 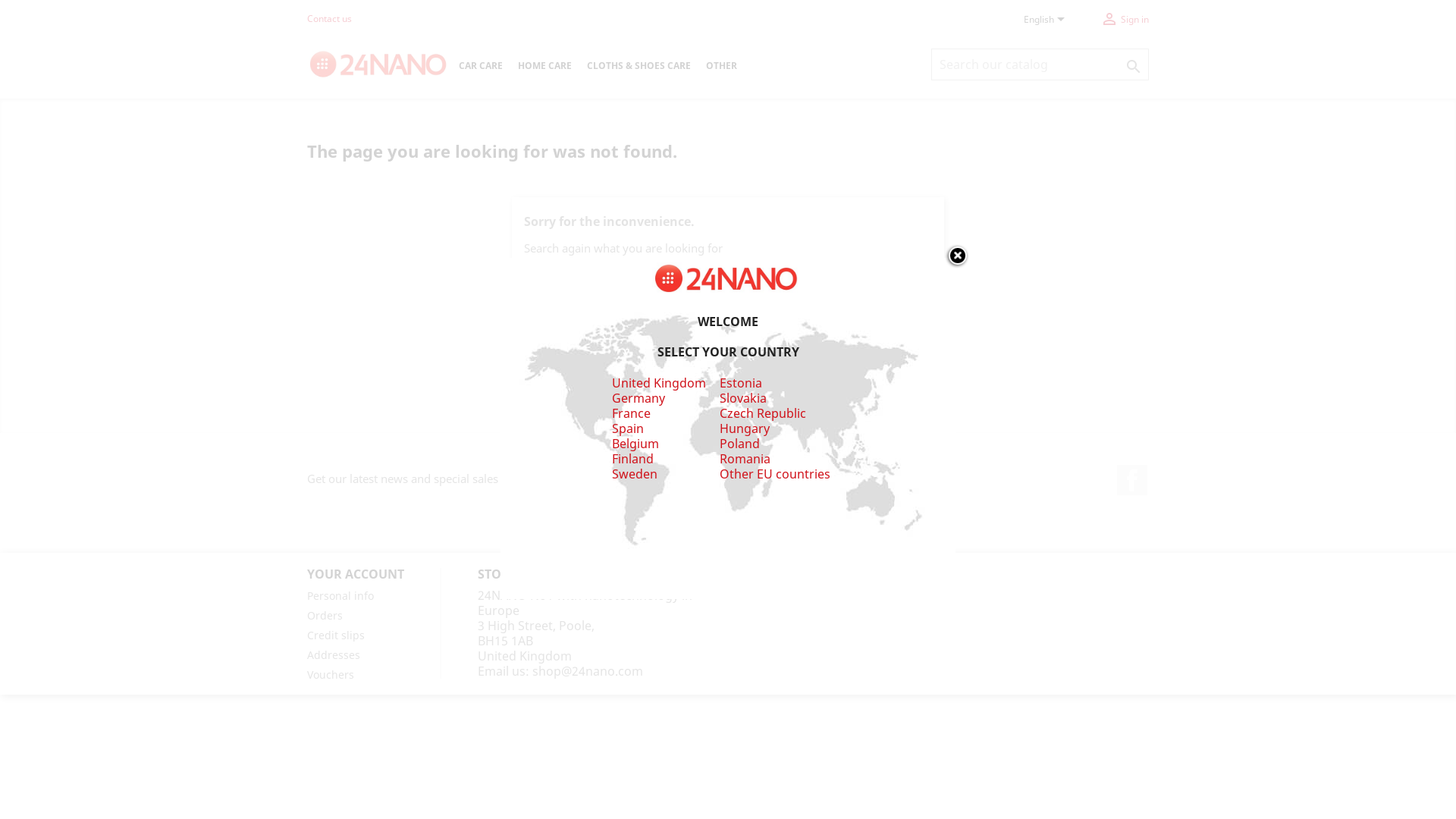 I want to click on 'Contact us', so click(x=328, y=18).